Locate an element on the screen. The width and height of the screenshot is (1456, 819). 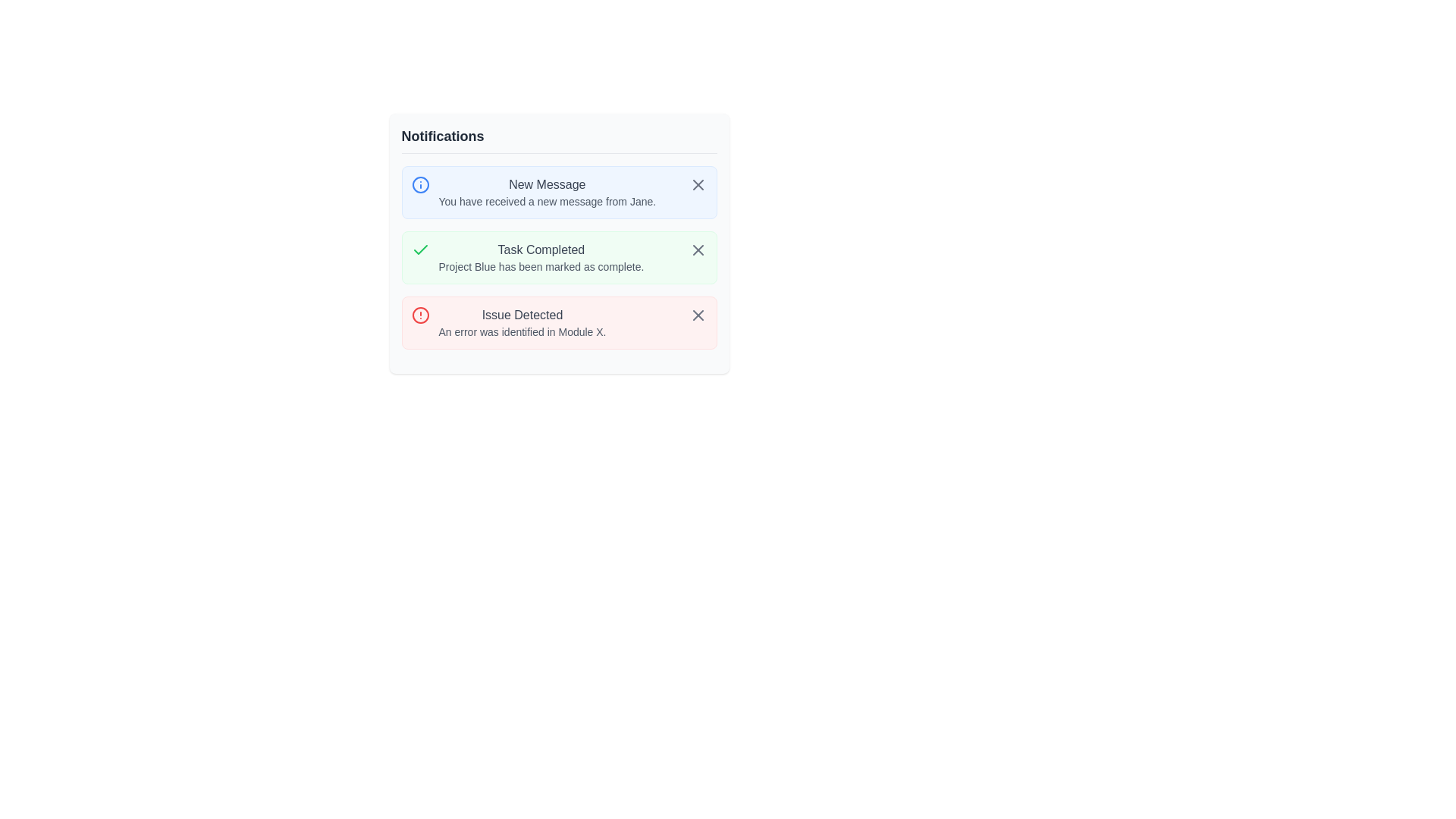
the title text label located in the middle notification card under the 'Notifications' heading is located at coordinates (541, 249).